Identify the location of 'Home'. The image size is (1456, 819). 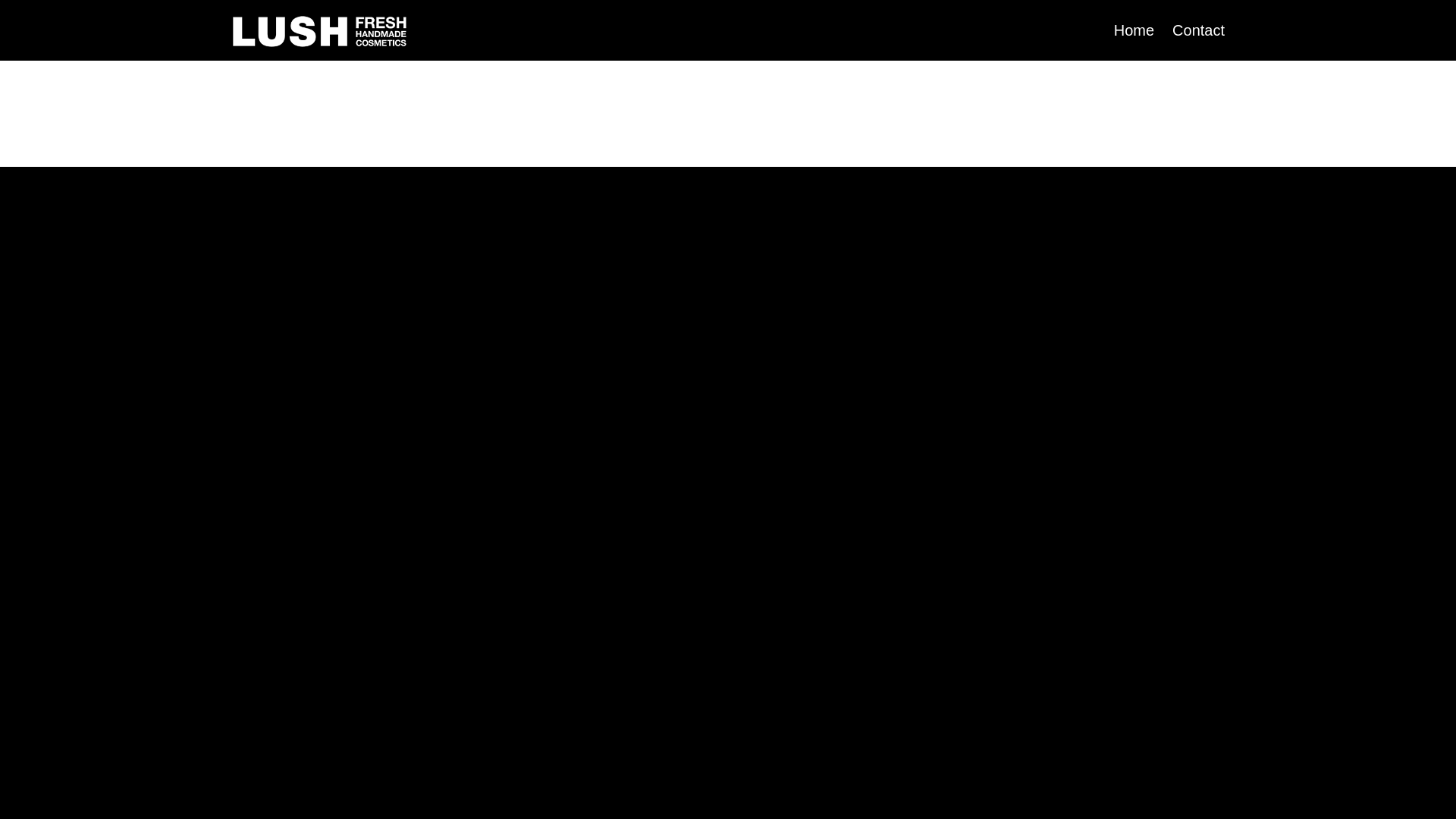
(1134, 30).